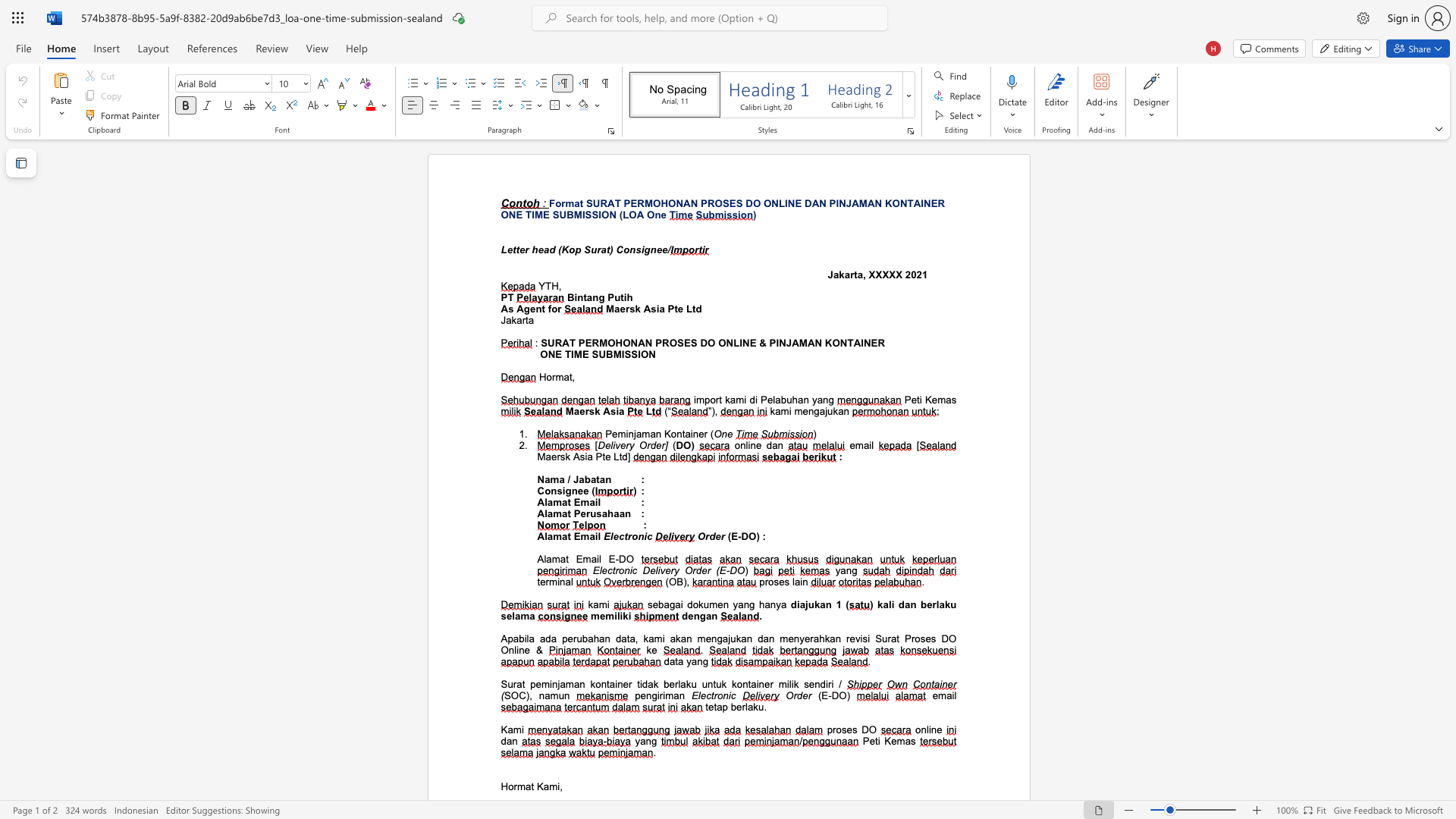  Describe the element at coordinates (529, 308) in the screenshot. I see `the space between the continuous character "g" and "e" in the text` at that location.